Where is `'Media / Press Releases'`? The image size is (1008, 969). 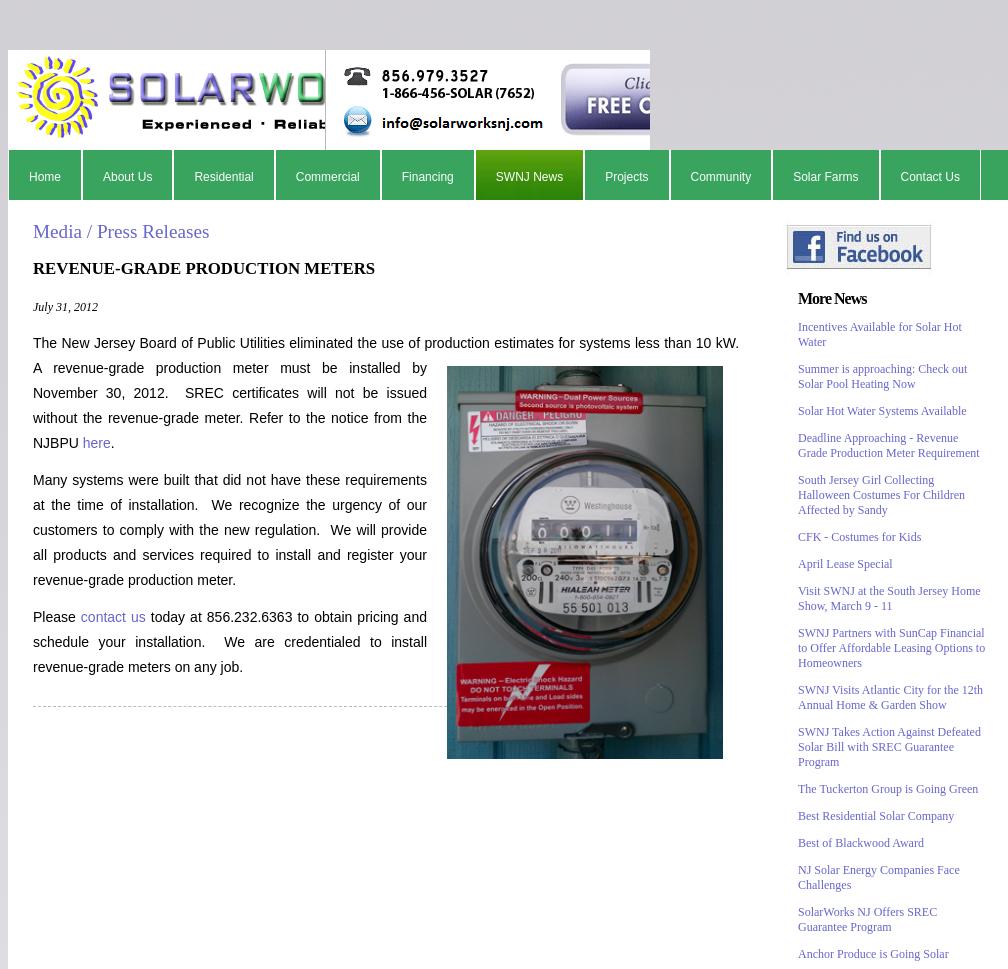 'Media / Press Releases' is located at coordinates (120, 230).